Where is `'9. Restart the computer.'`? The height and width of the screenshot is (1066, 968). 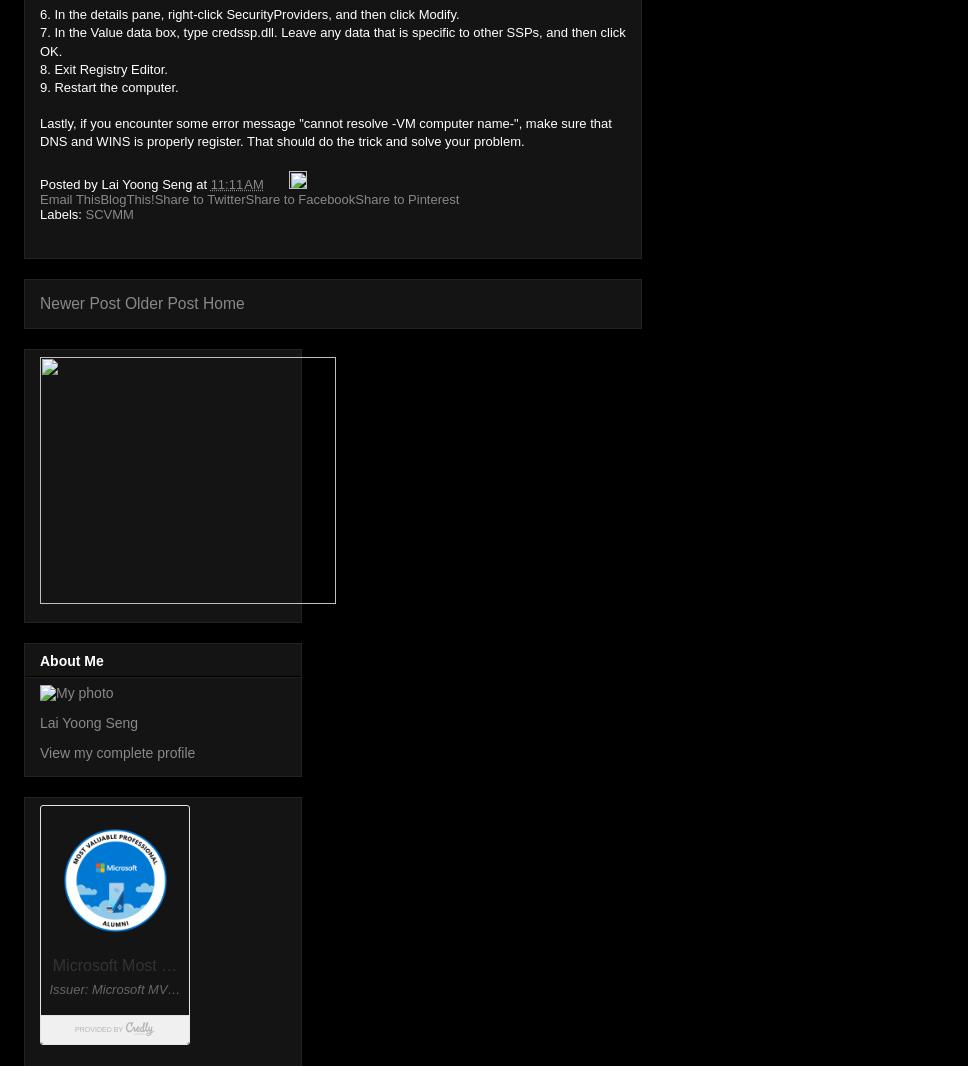 '9. Restart the computer.' is located at coordinates (108, 85).